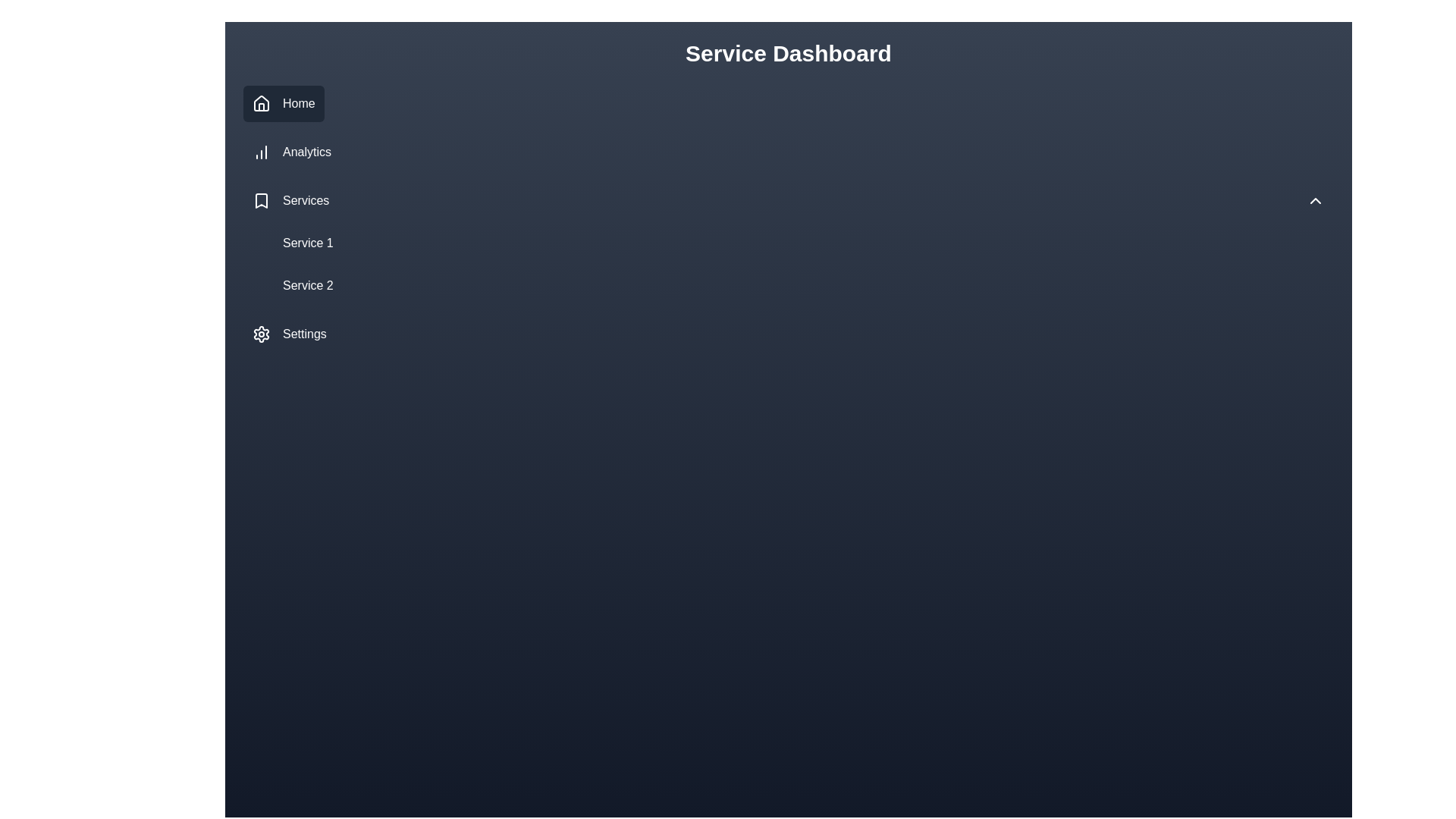 The image size is (1456, 819). I want to click on the 'Services' label in the left sidebar menu, so click(305, 200).